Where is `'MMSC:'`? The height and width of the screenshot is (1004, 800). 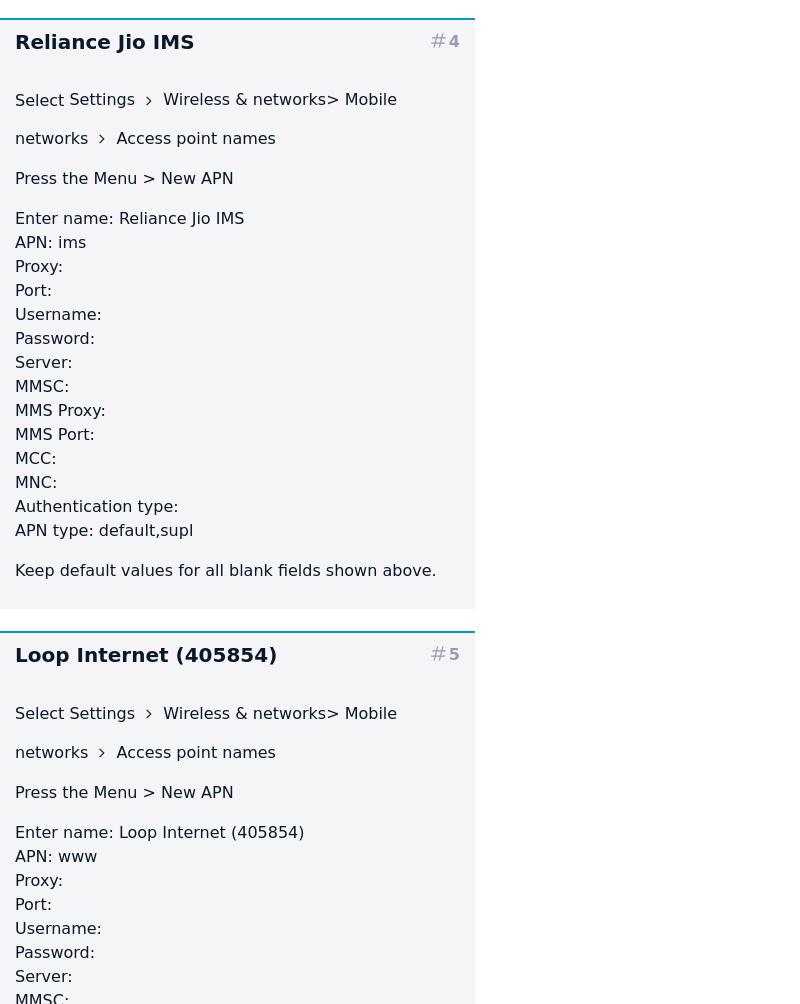
'MMSC:' is located at coordinates (41, 385).